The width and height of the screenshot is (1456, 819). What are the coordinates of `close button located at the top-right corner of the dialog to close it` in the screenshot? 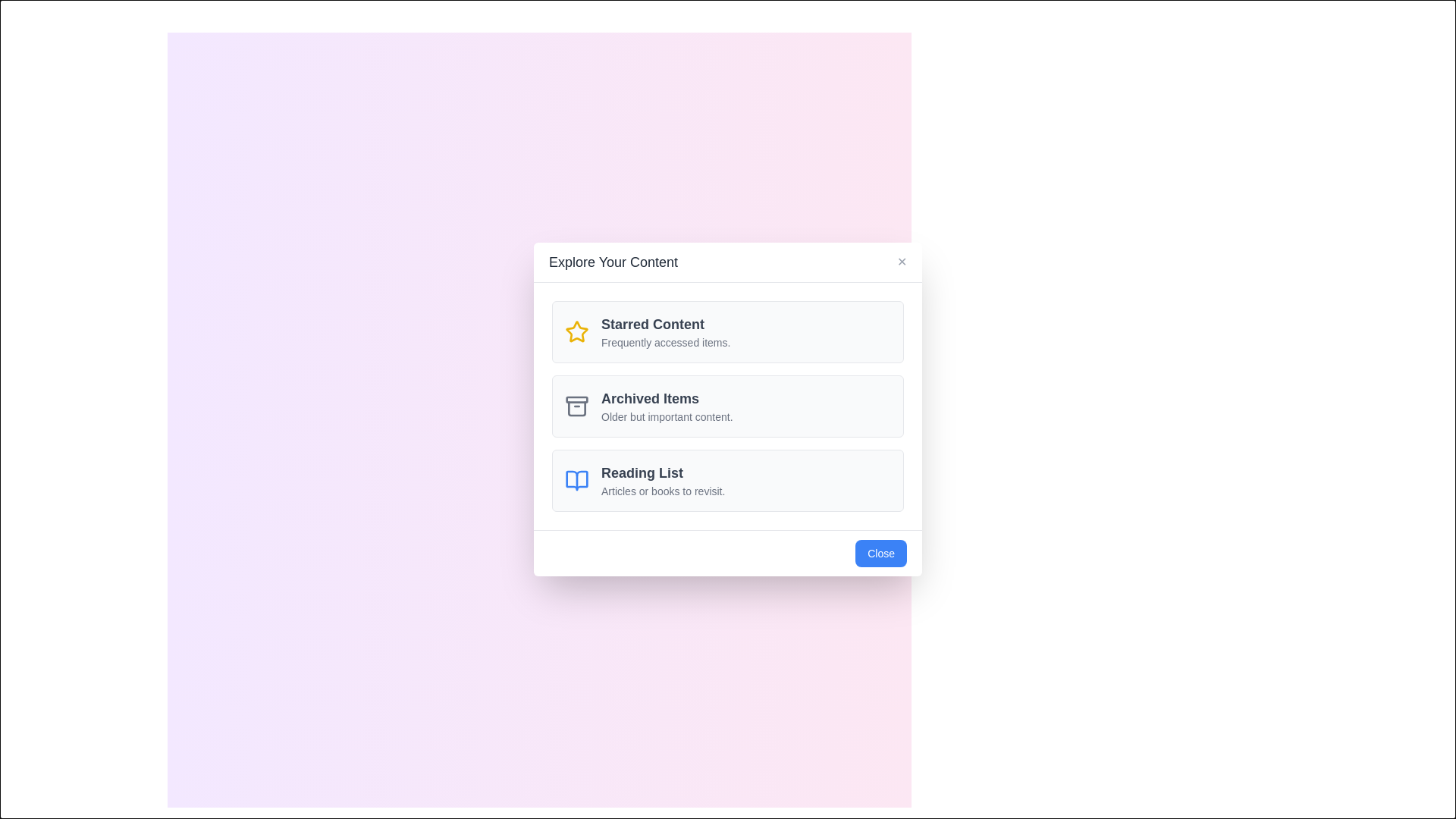 It's located at (928, 14).